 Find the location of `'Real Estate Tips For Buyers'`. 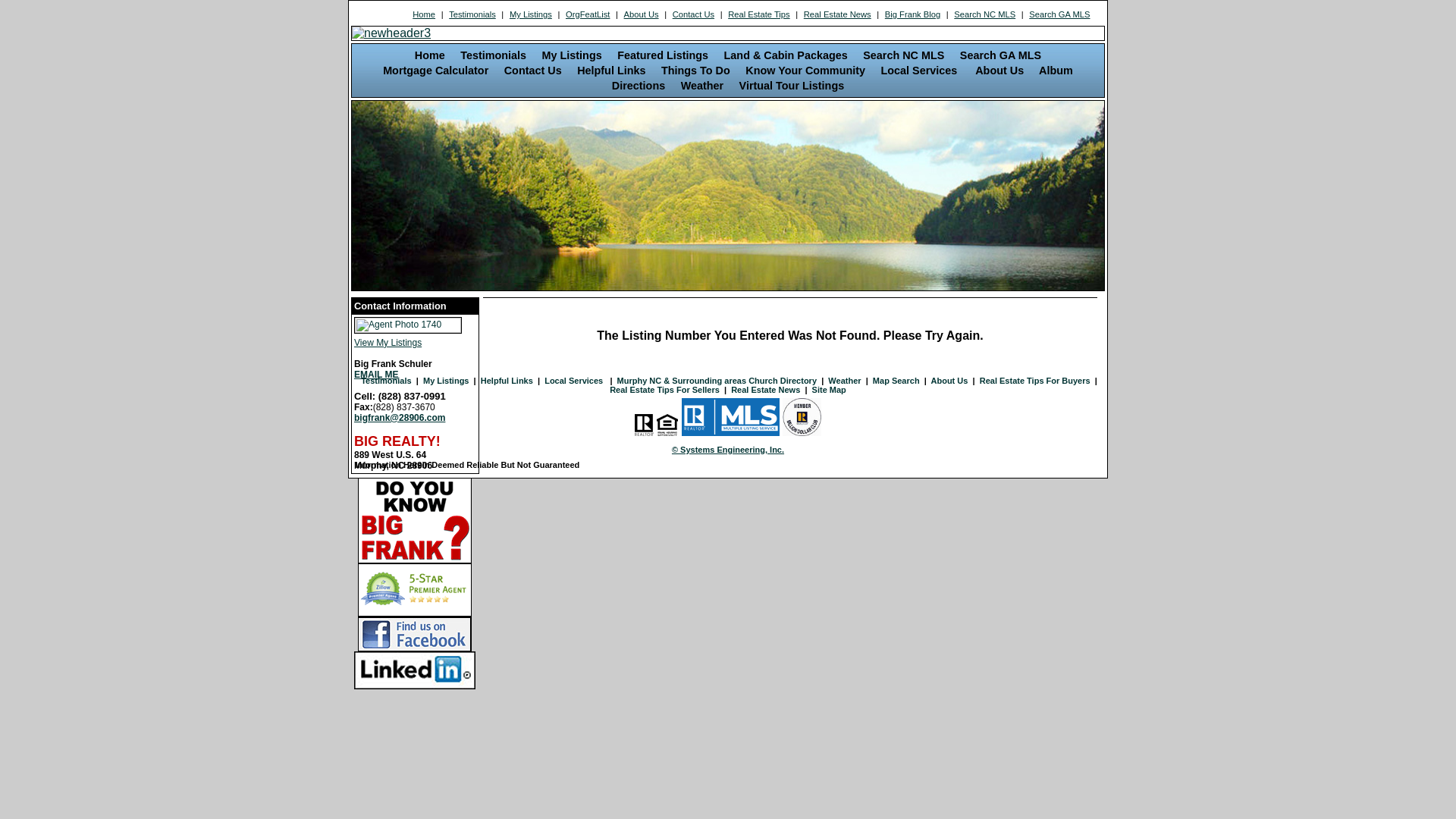

'Real Estate Tips For Buyers' is located at coordinates (1034, 379).